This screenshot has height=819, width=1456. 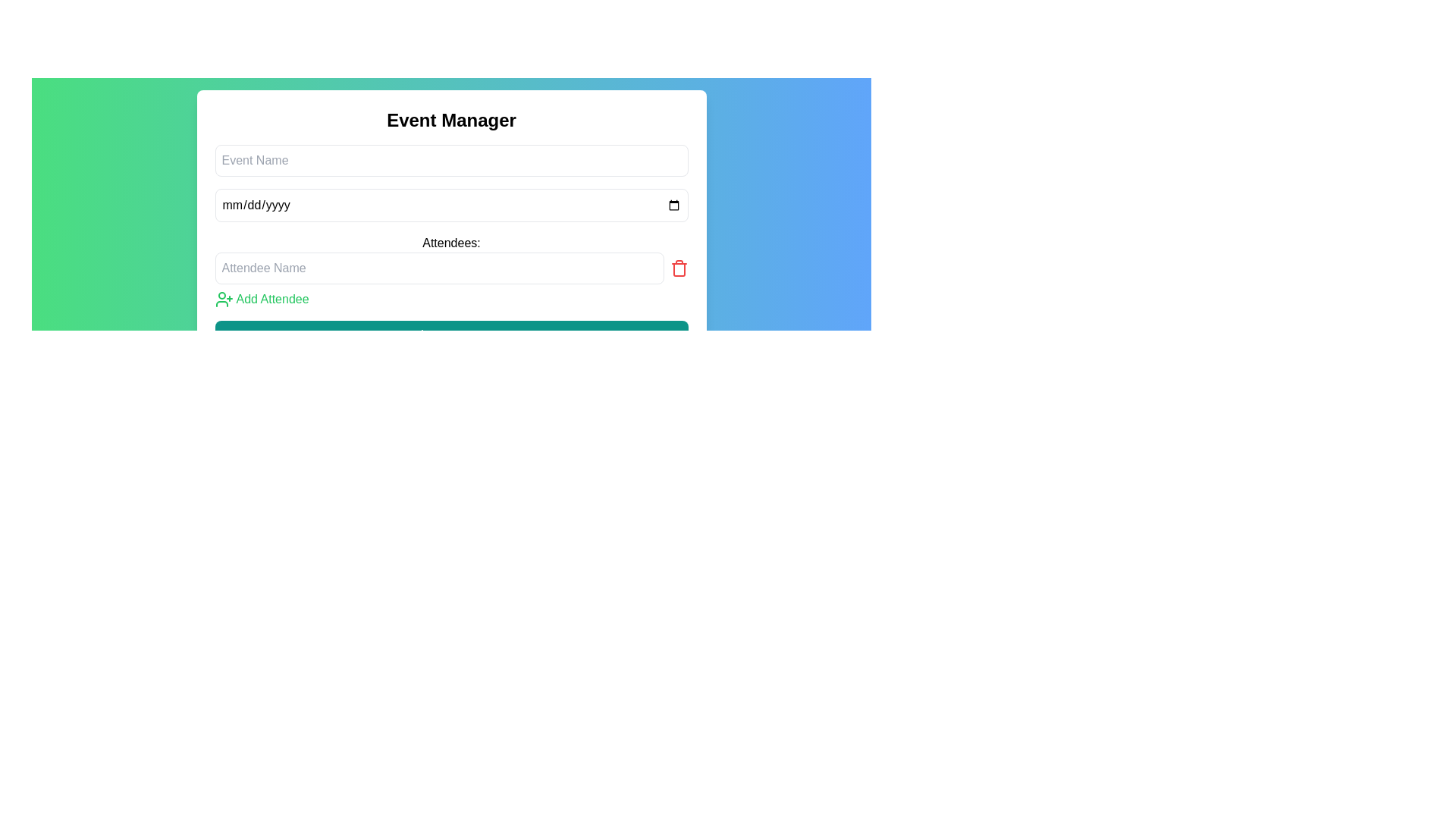 What do you see at coordinates (450, 242) in the screenshot?
I see `text label indicating the purpose of the attendee management section, which is located above the attendee input field in the 'Attendees' group` at bounding box center [450, 242].